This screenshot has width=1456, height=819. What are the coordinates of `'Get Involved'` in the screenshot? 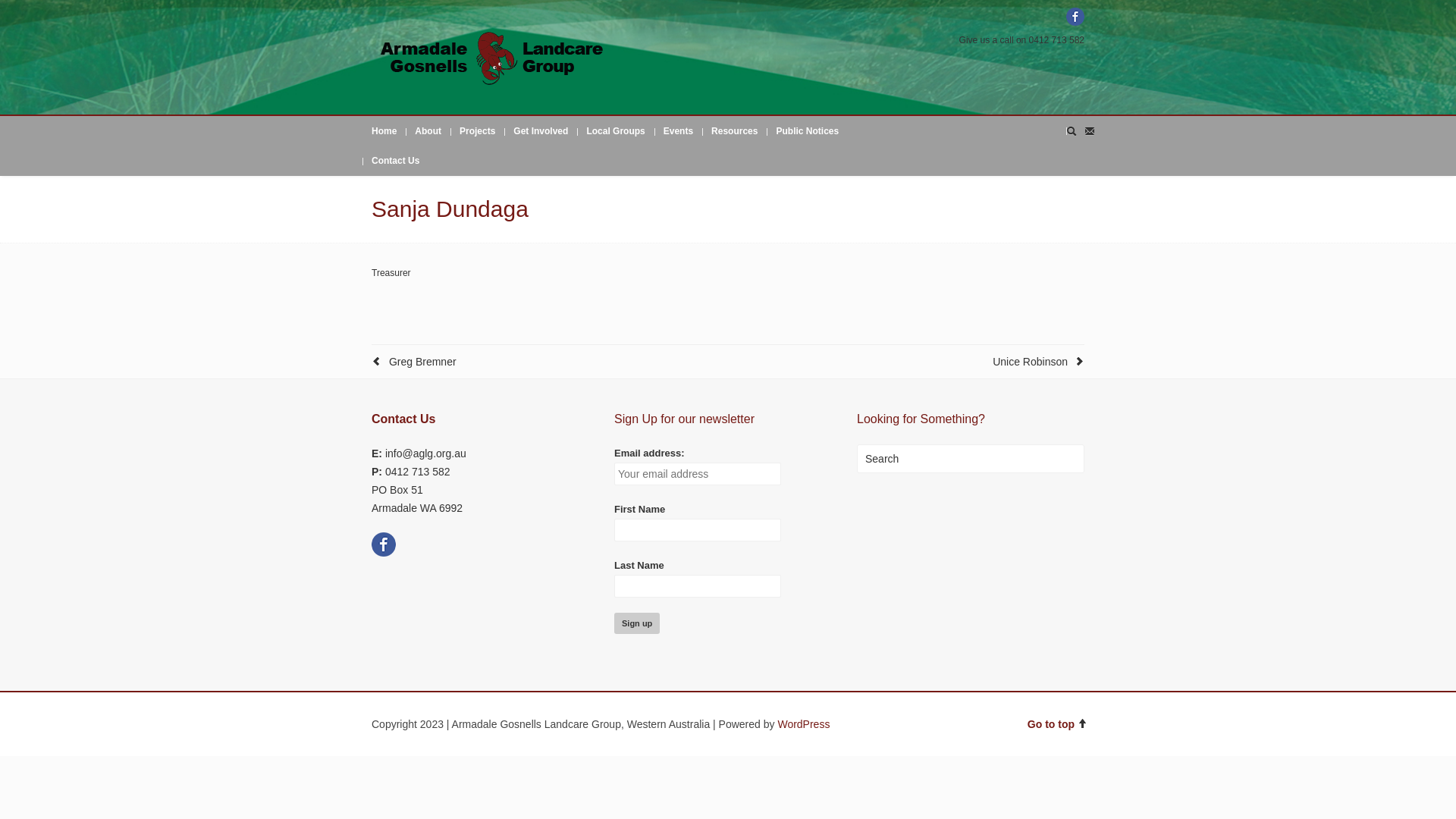 It's located at (541, 130).